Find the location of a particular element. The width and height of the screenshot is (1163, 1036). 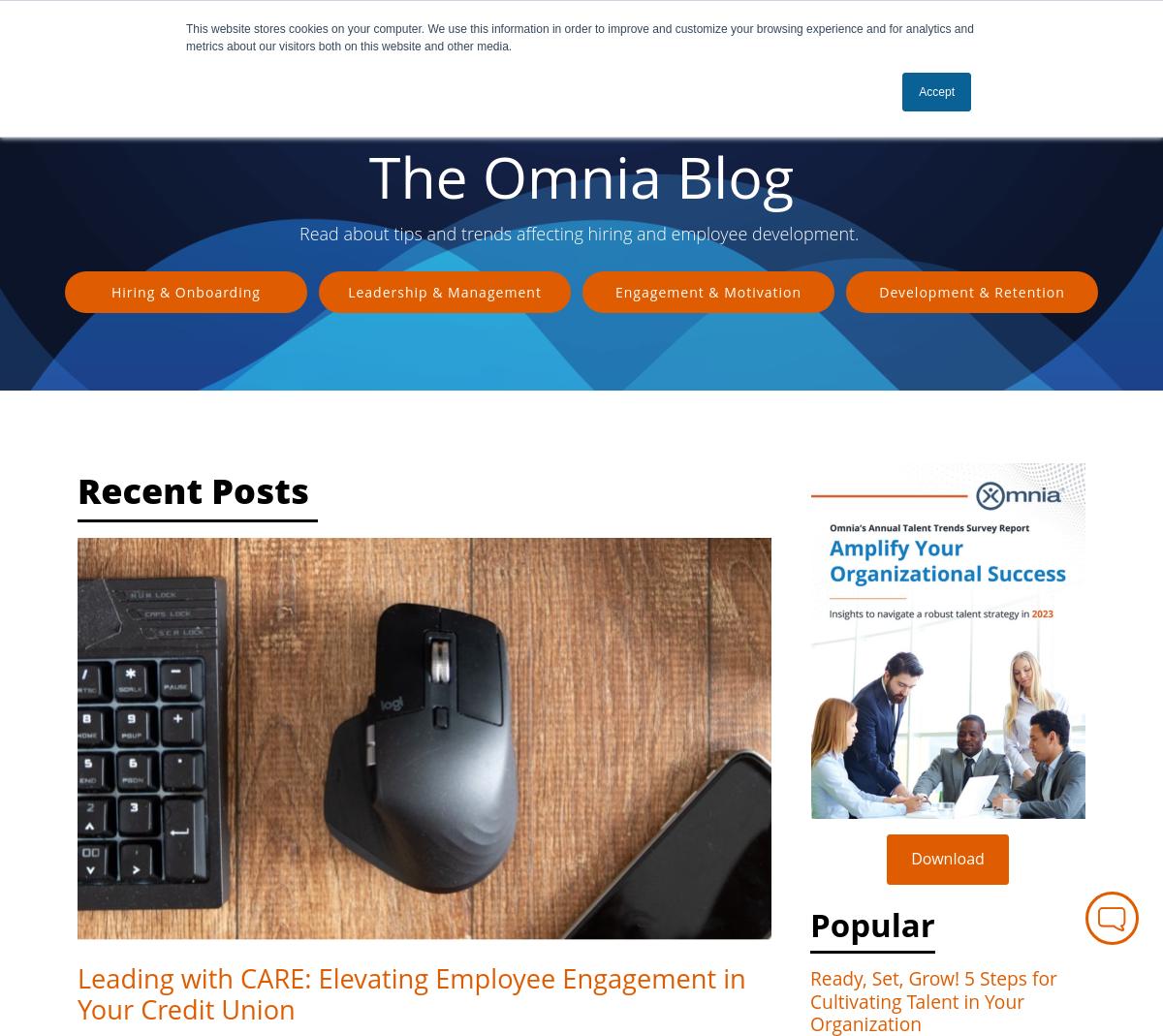

'This website stores cookies on your computer.  We use this information in order to improve and customize your browsing experience and for analytics and metrics about our visitors both on this website and other media.' is located at coordinates (578, 37).